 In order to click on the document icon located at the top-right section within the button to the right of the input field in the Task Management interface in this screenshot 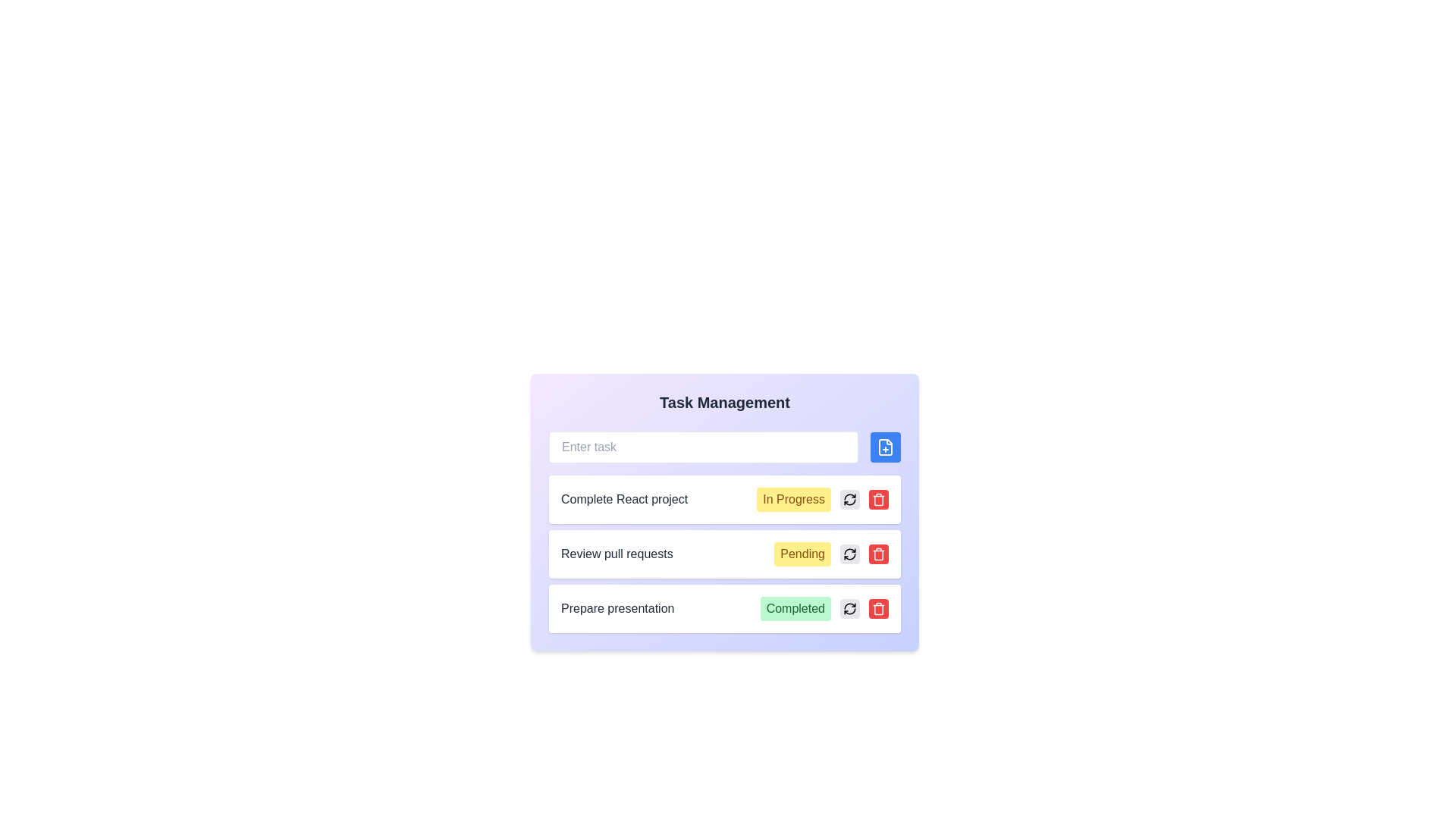, I will do `click(885, 447)`.